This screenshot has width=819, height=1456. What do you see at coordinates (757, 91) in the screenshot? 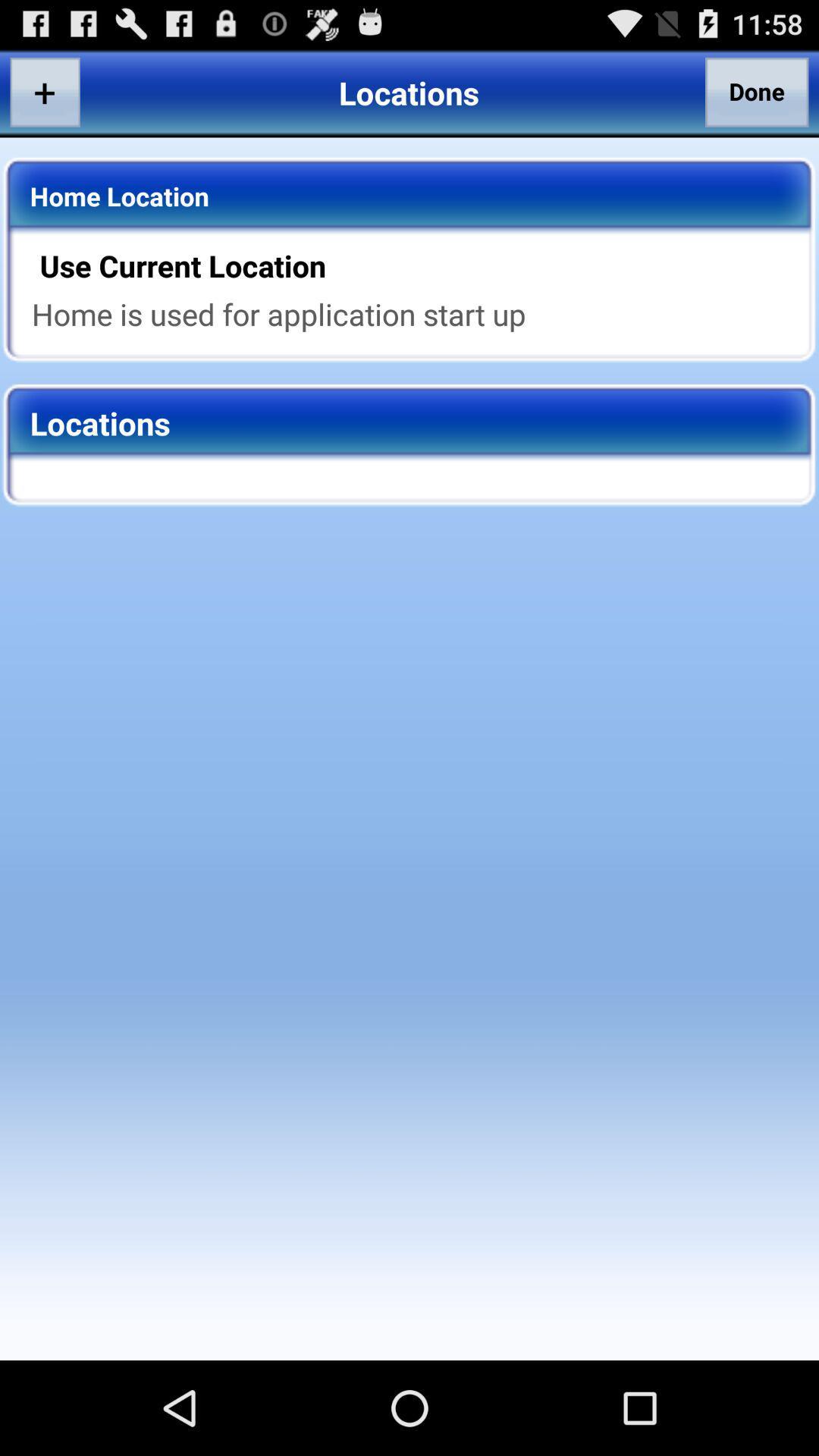
I see `app next to locations` at bounding box center [757, 91].